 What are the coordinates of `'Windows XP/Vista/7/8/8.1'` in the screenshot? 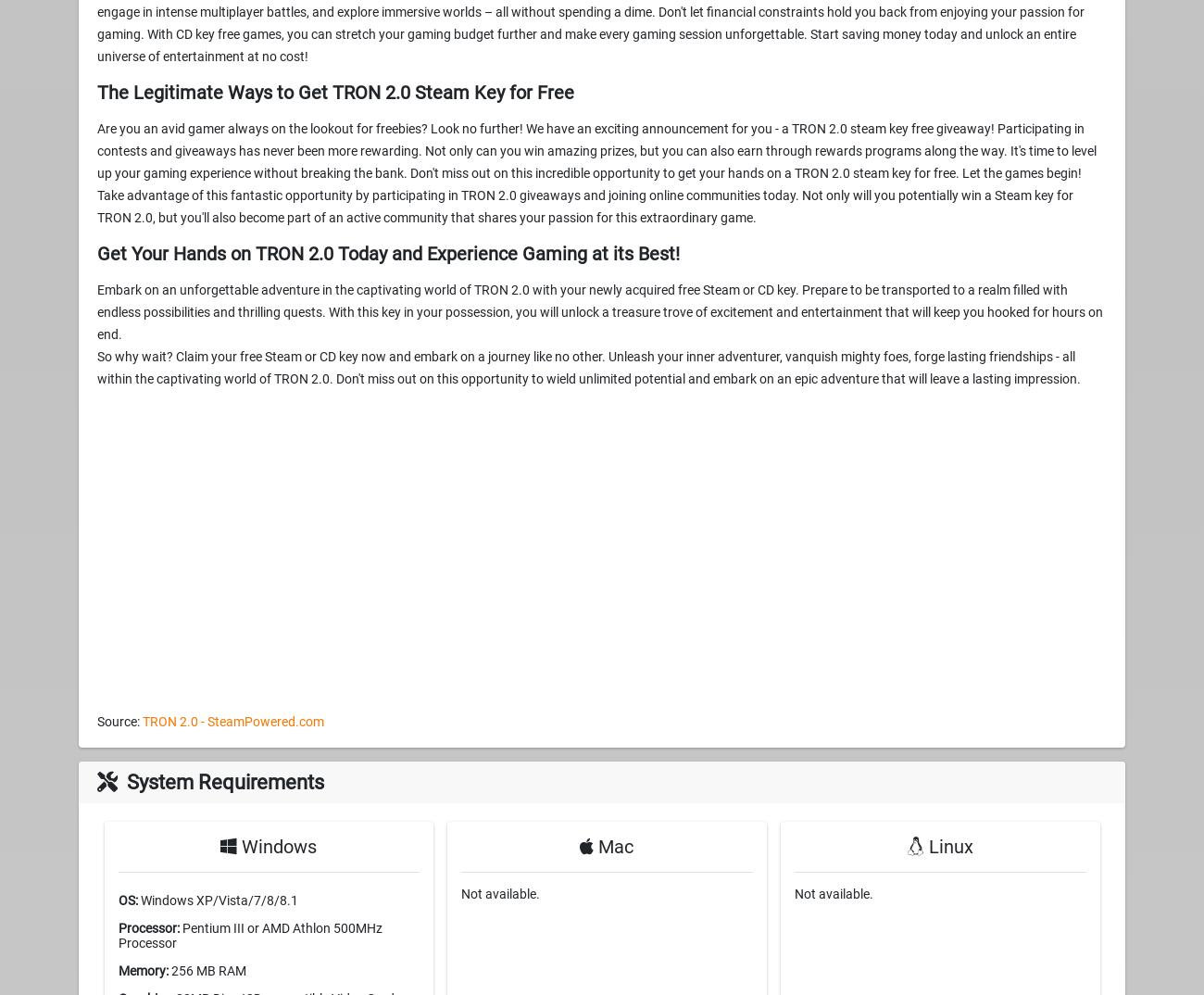 It's located at (216, 899).